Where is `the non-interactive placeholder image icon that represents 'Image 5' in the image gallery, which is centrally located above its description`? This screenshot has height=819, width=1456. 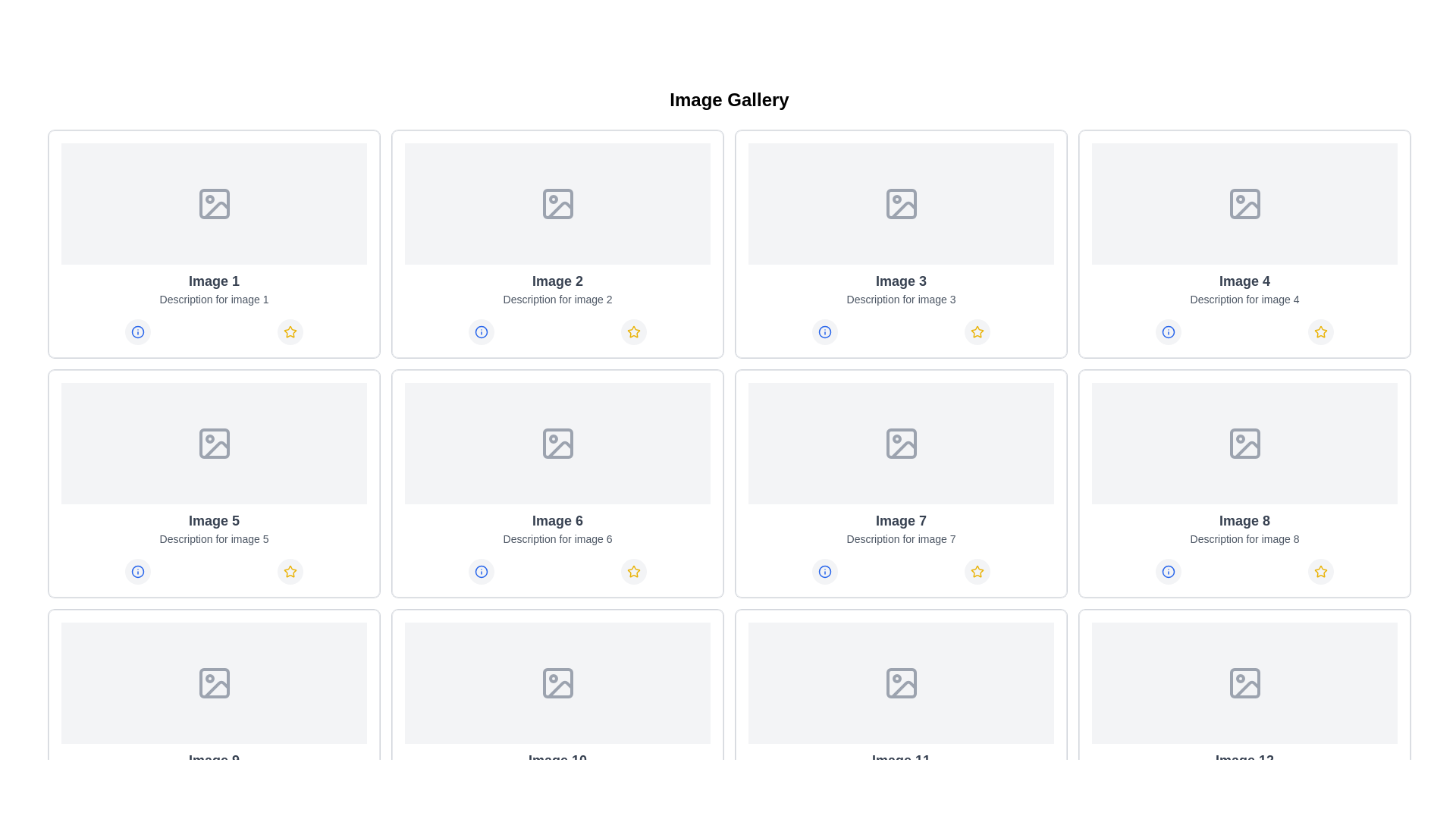
the non-interactive placeholder image icon that represents 'Image 5' in the image gallery, which is centrally located above its description is located at coordinates (213, 444).